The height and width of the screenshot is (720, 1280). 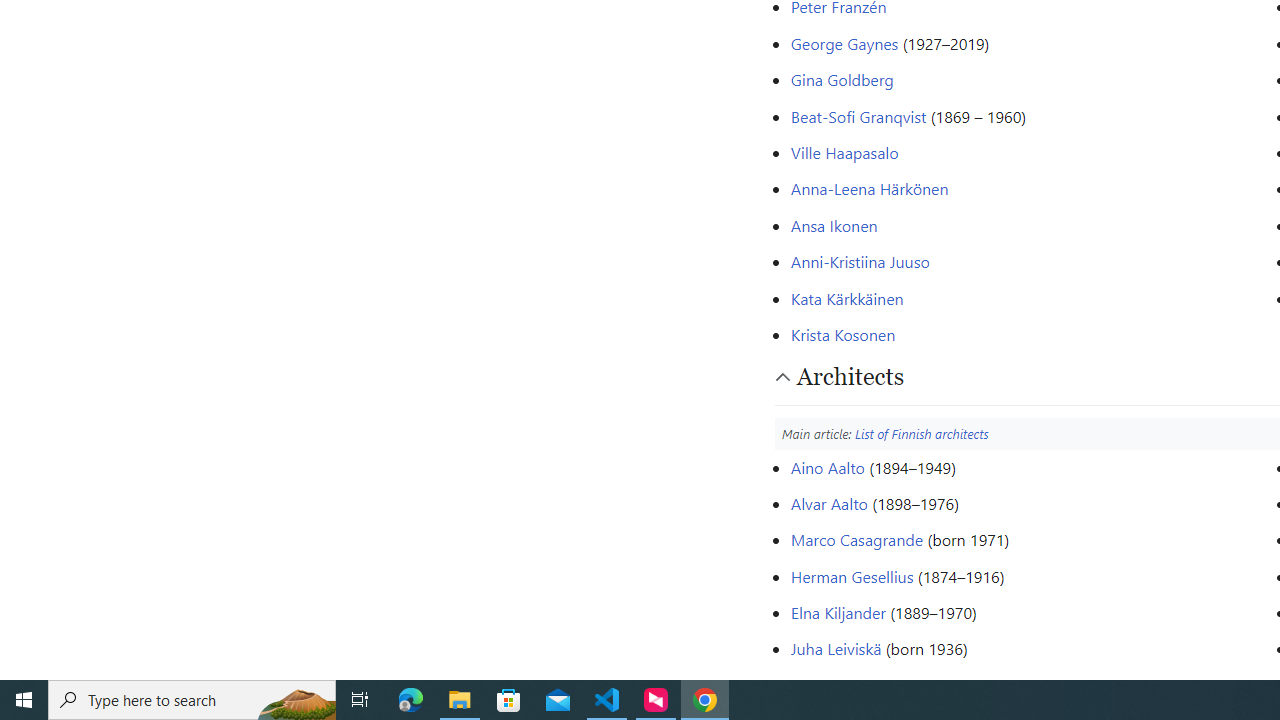 What do you see at coordinates (844, 150) in the screenshot?
I see `'Ville Haapasalo'` at bounding box center [844, 150].